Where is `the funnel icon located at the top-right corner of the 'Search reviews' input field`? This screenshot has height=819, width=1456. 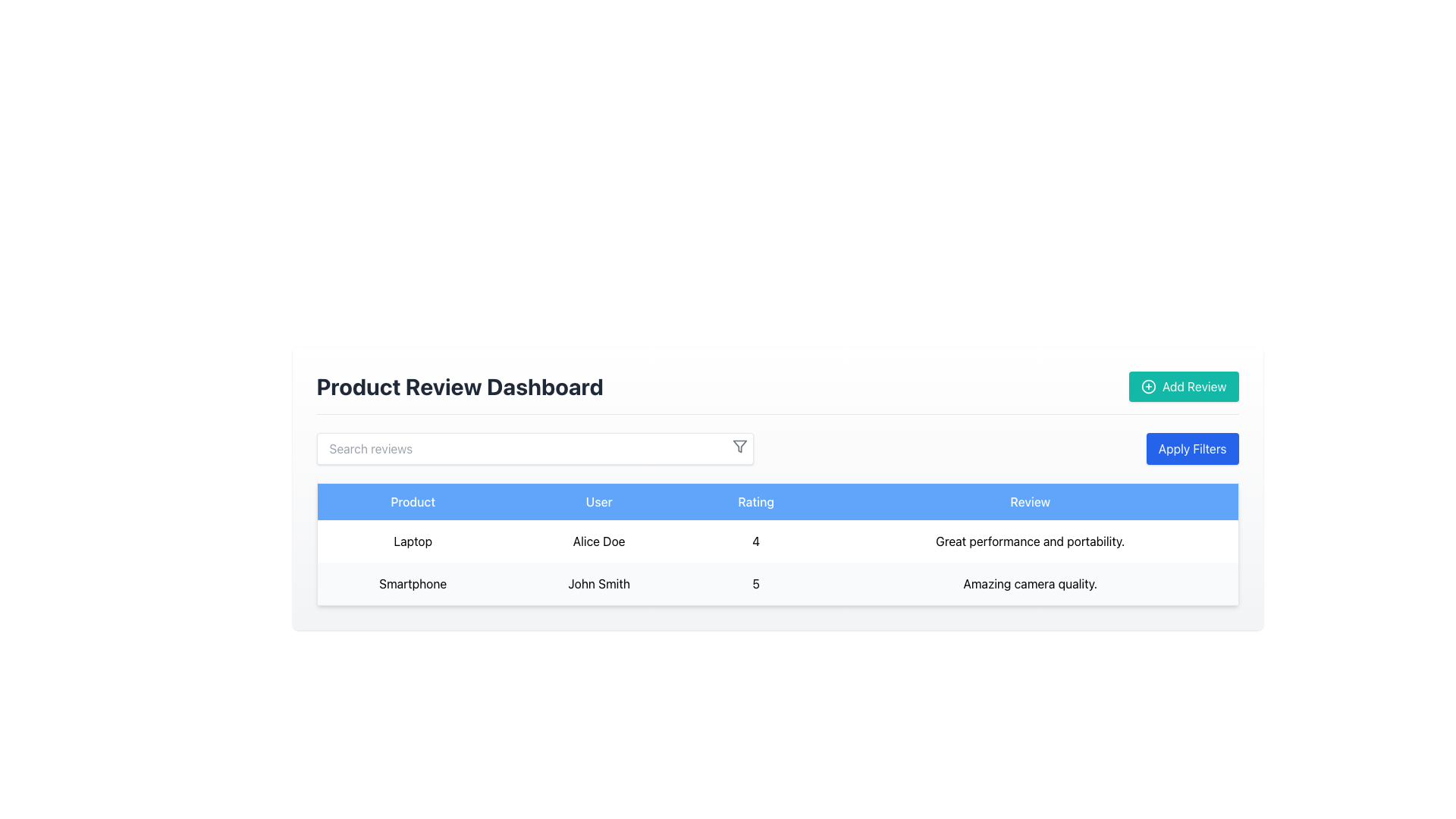
the funnel icon located at the top-right corner of the 'Search reviews' input field is located at coordinates (739, 446).